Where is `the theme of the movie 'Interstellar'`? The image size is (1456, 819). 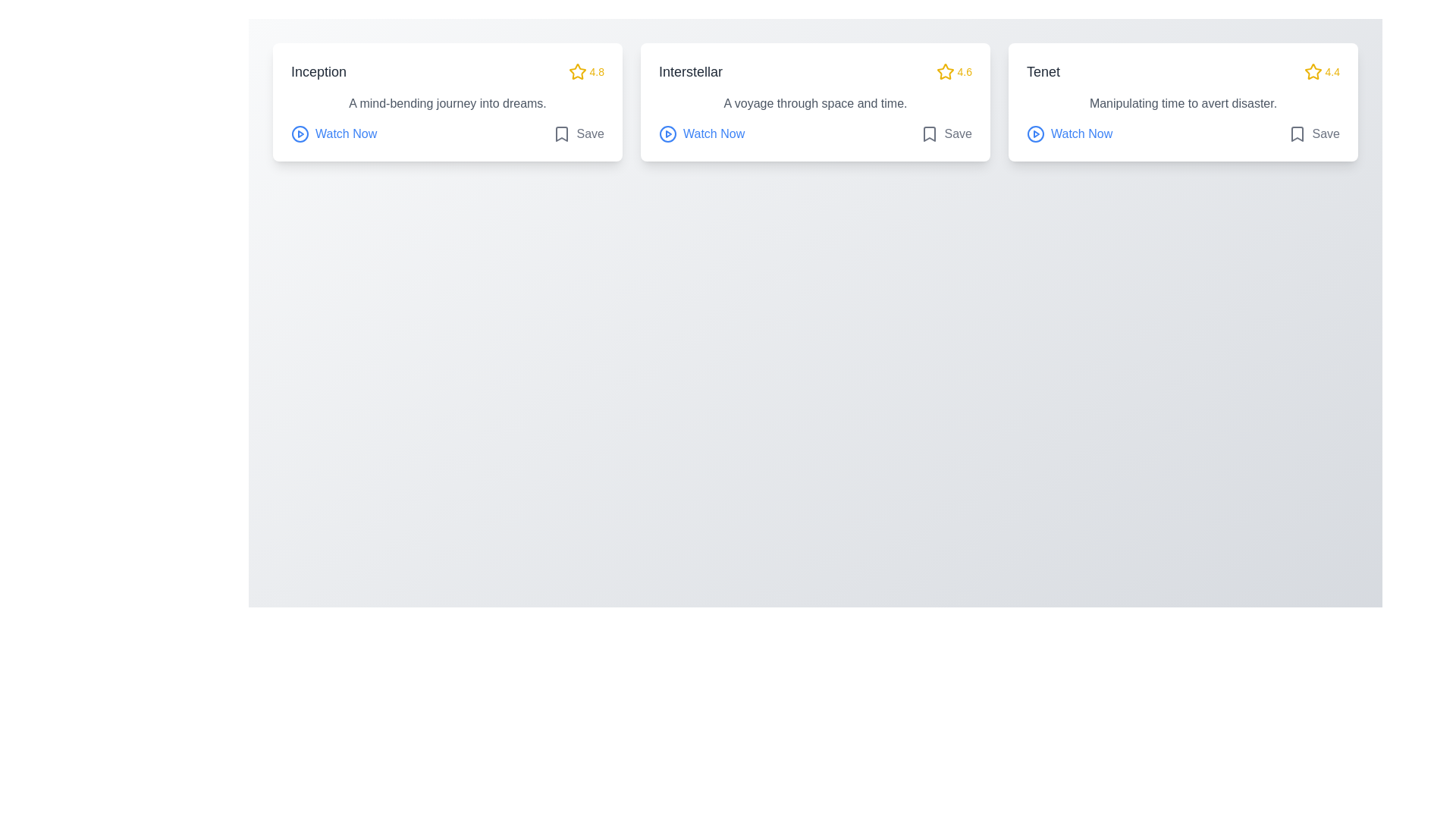 the theme of the movie 'Interstellar' is located at coordinates (814, 103).